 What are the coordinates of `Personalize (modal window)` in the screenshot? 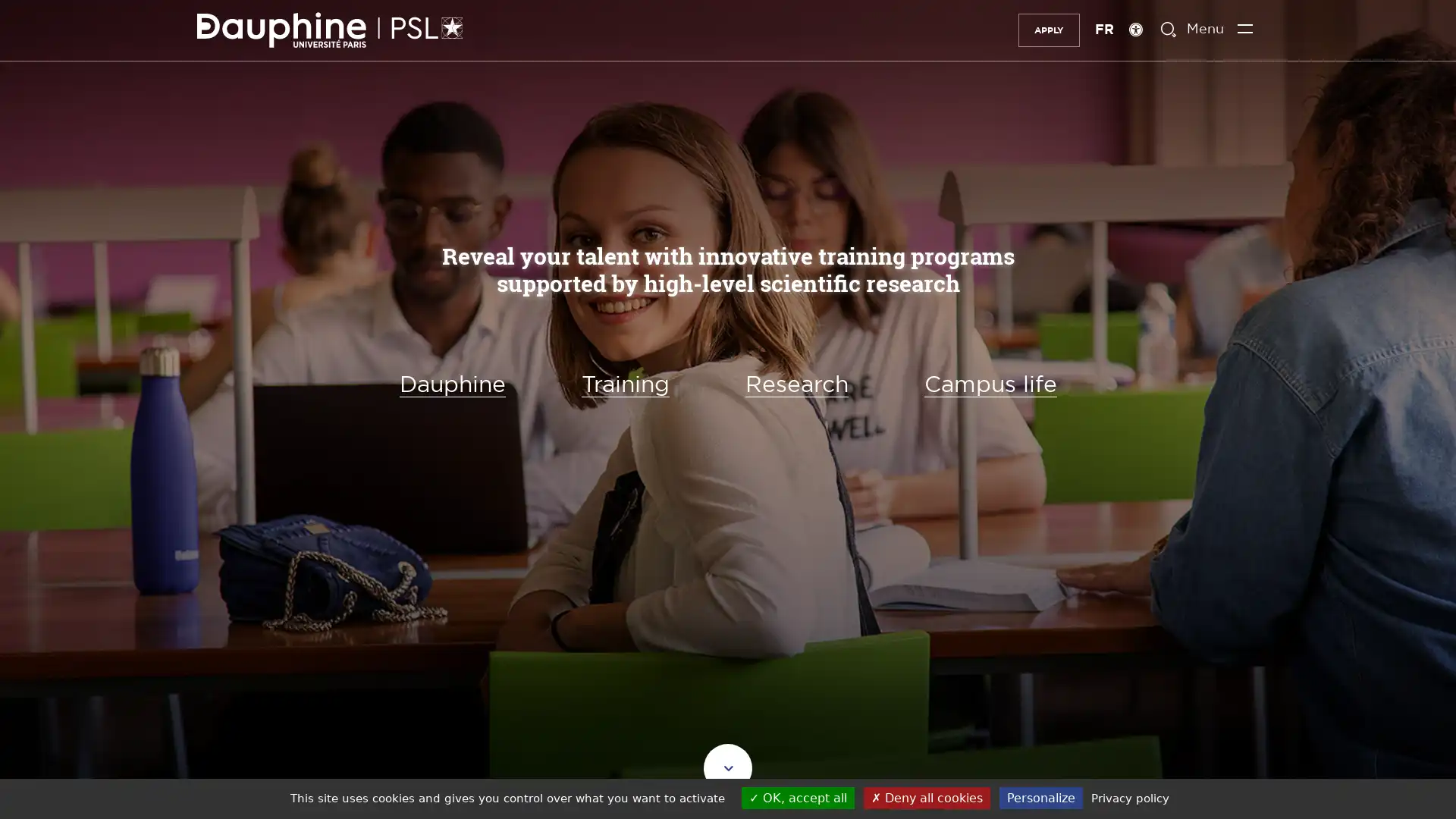 It's located at (1040, 797).